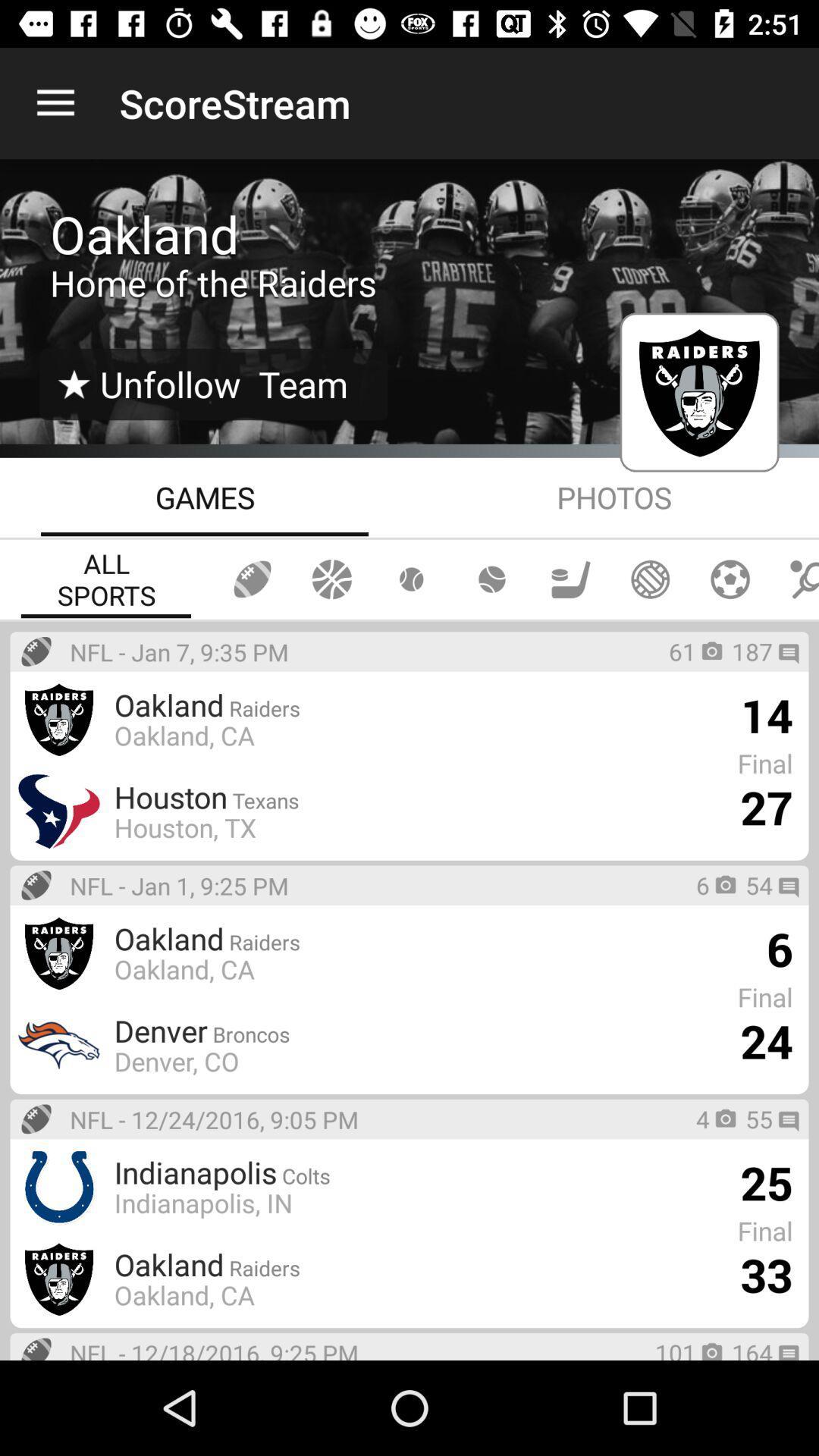 Image resolution: width=819 pixels, height=1456 pixels. I want to click on icon below 14, so click(766, 806).